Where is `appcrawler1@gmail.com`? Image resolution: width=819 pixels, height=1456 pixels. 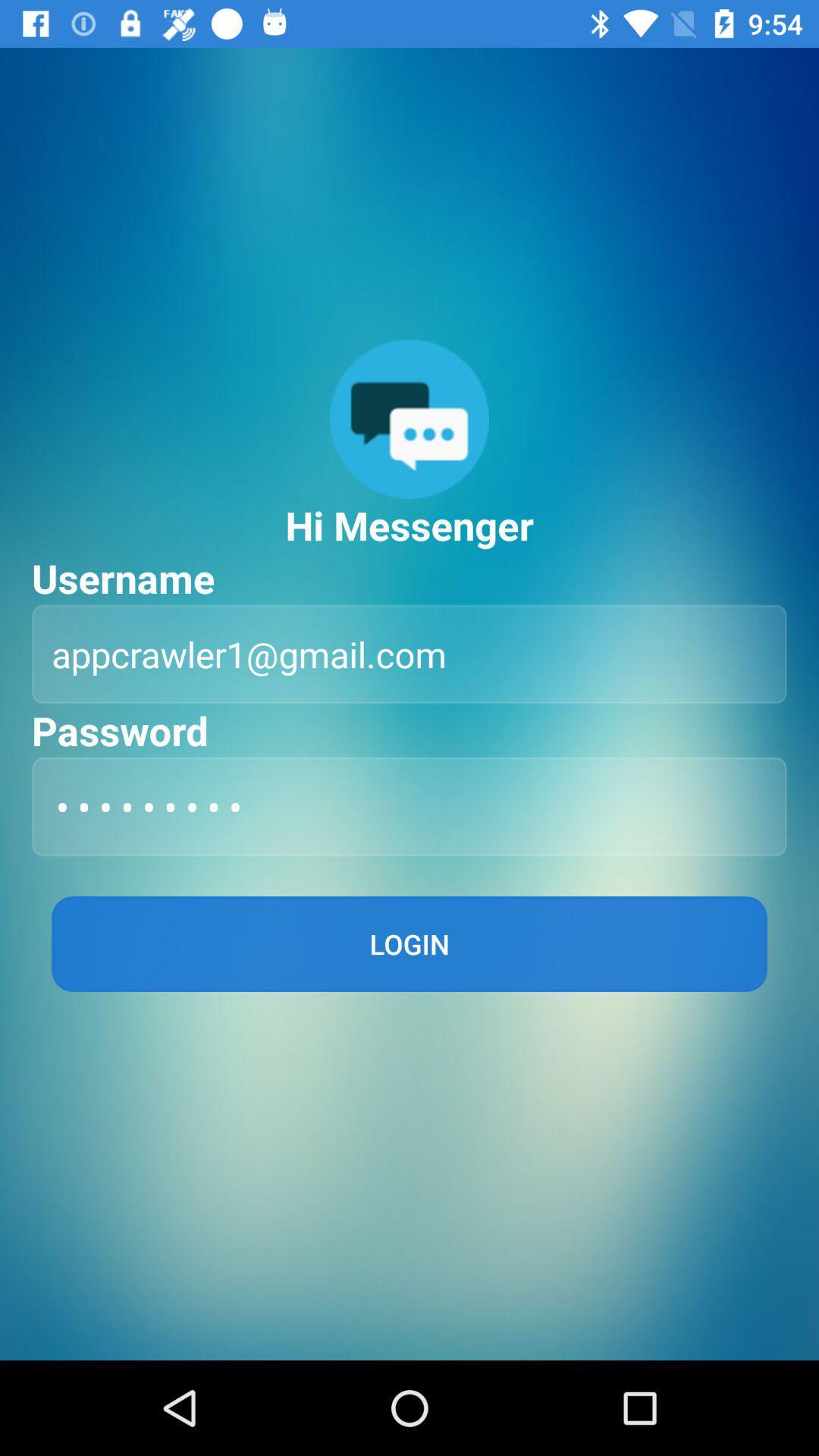
appcrawler1@gmail.com is located at coordinates (409, 654).